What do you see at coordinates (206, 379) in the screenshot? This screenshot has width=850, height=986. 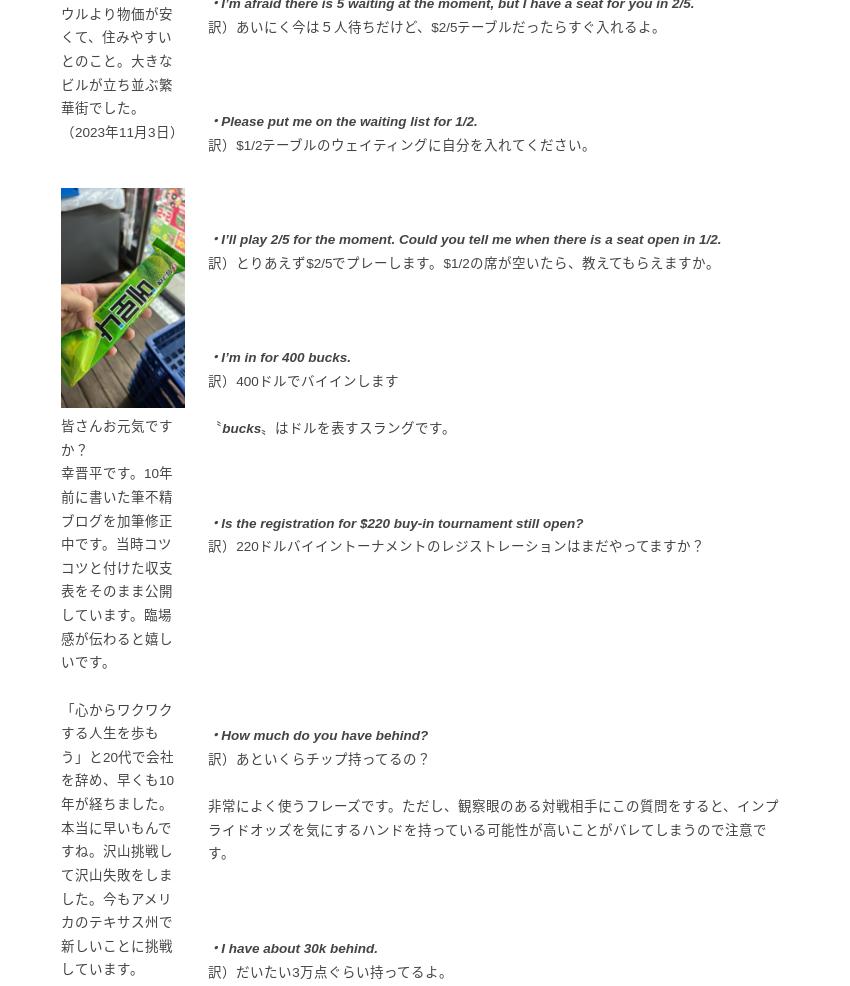 I see `'訳）400ドルでバイインします'` at bounding box center [206, 379].